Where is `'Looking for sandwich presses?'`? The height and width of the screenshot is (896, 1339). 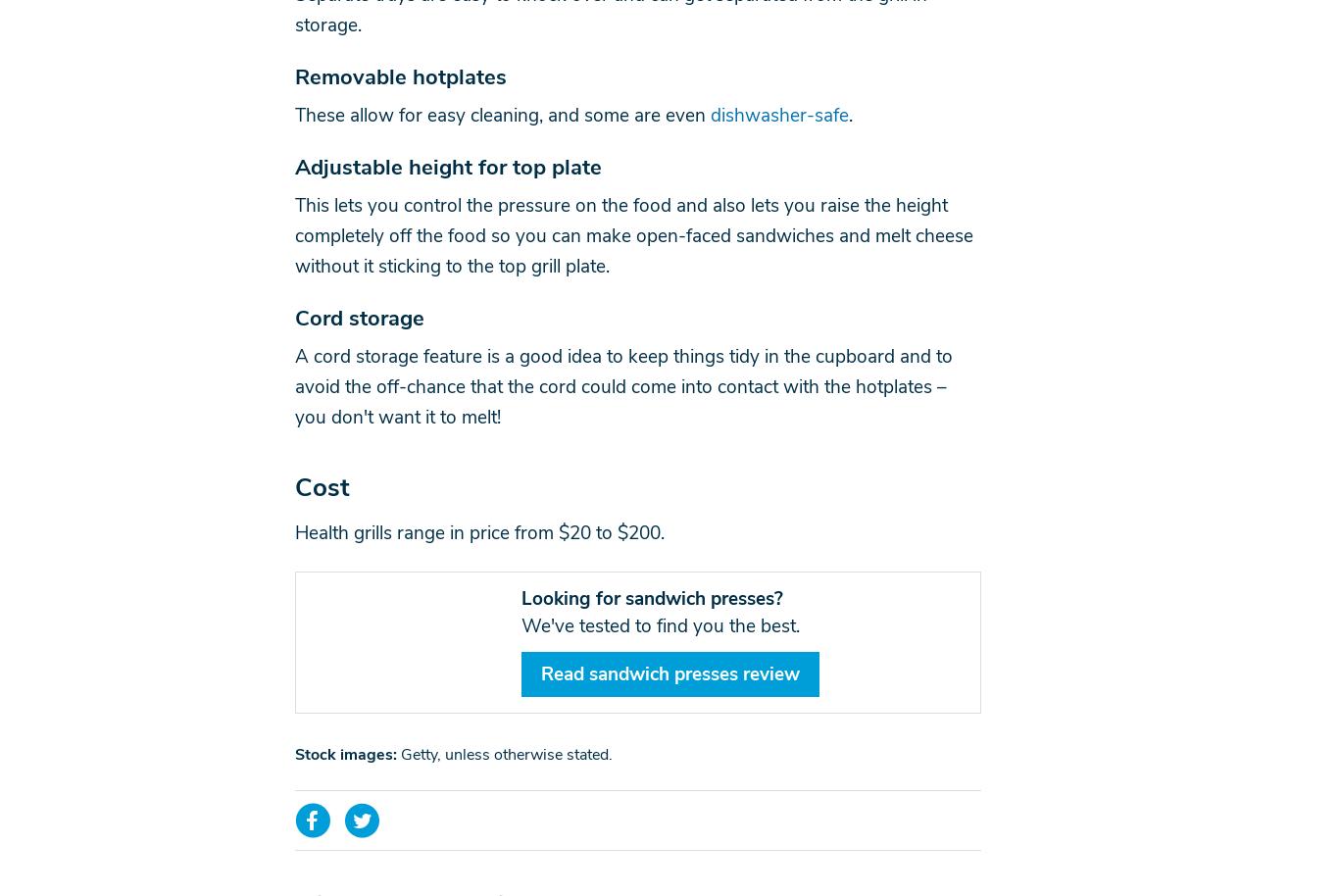
'Looking for sandwich presses?' is located at coordinates (520, 598).